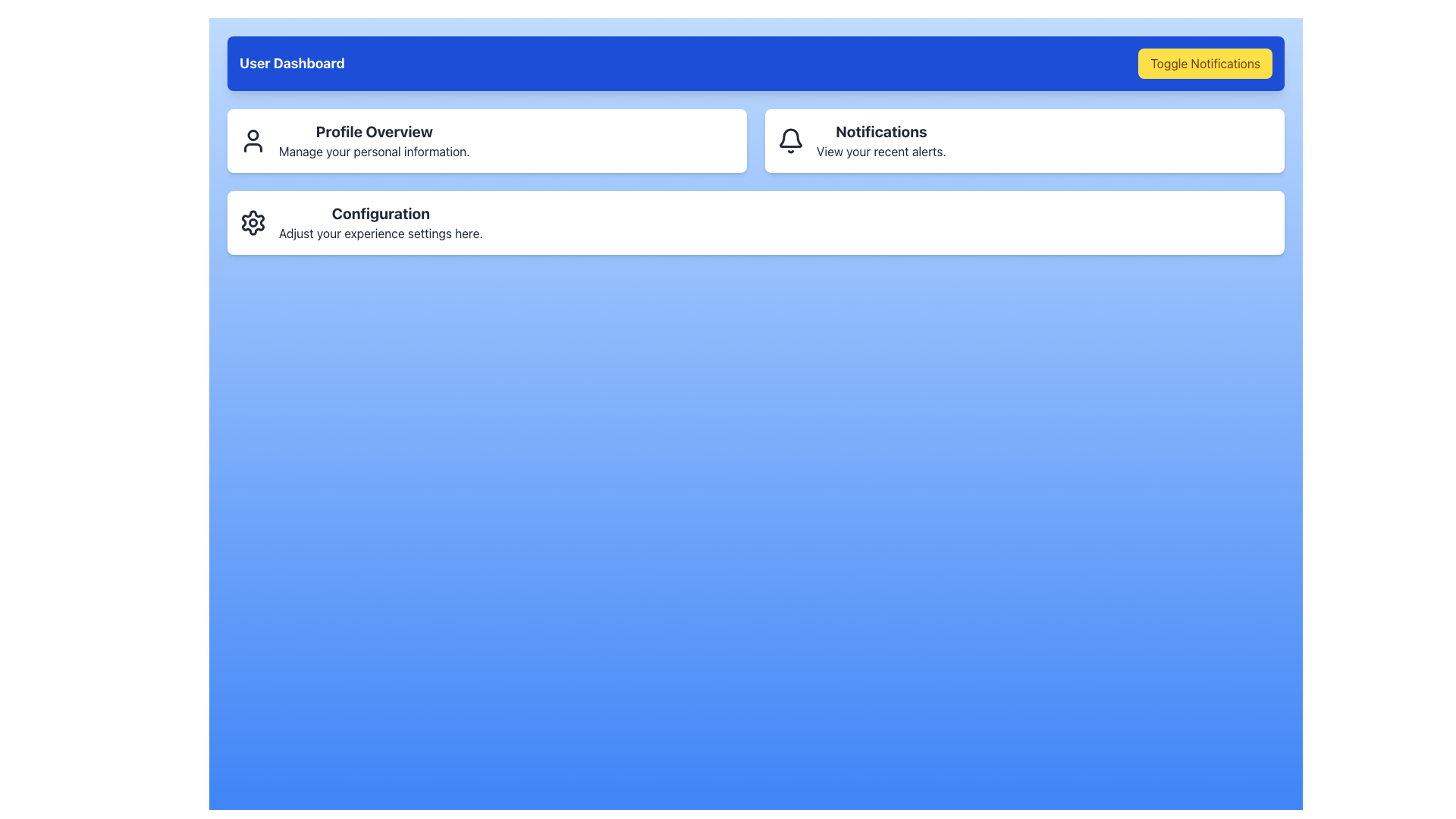  What do you see at coordinates (1204, 63) in the screenshot?
I see `the notification preferences toggle button located in the top-right corner of the blue header section labeled 'User Dashboard'` at bounding box center [1204, 63].